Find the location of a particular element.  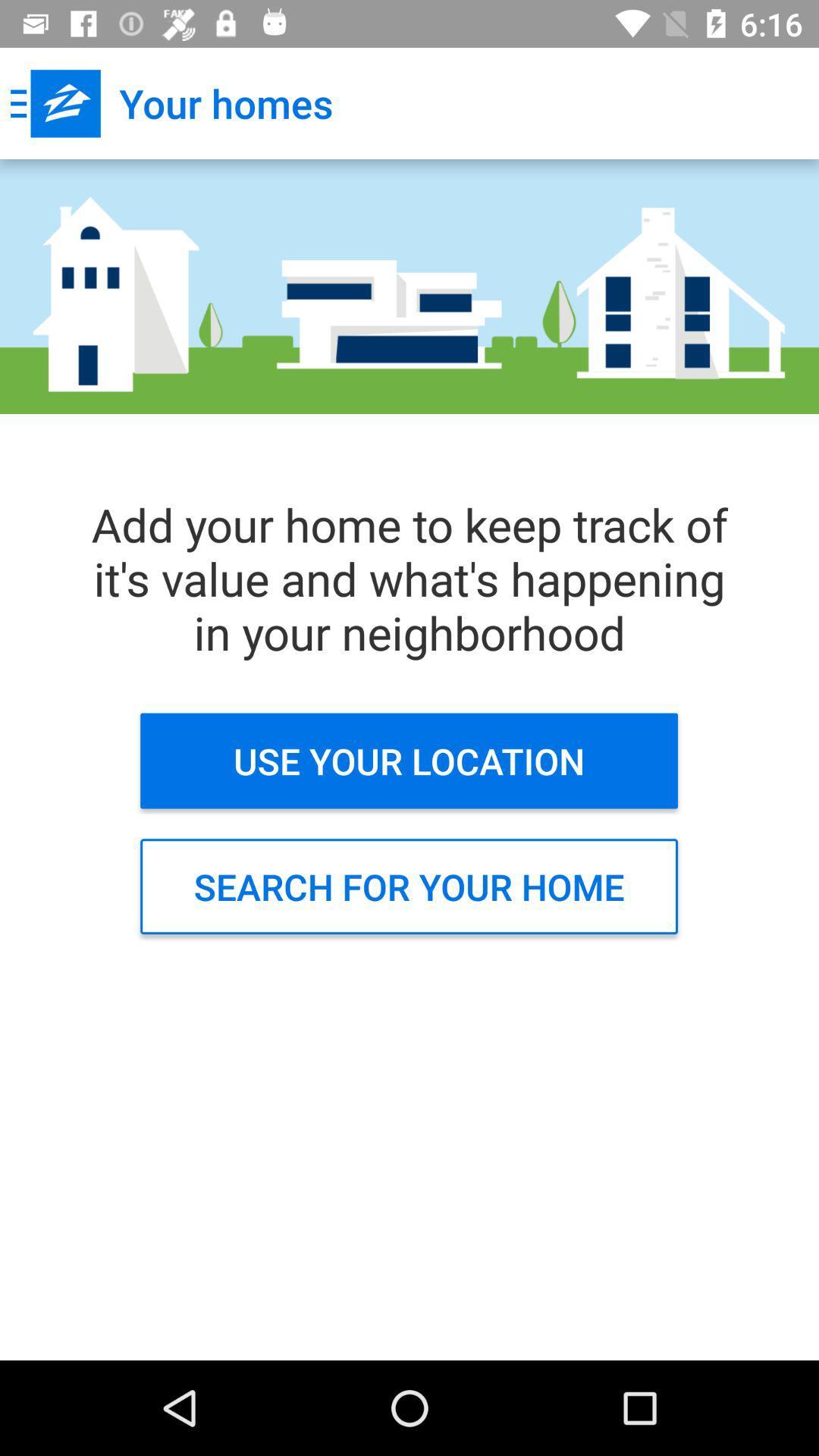

the icon next to the your homes app is located at coordinates (55, 102).